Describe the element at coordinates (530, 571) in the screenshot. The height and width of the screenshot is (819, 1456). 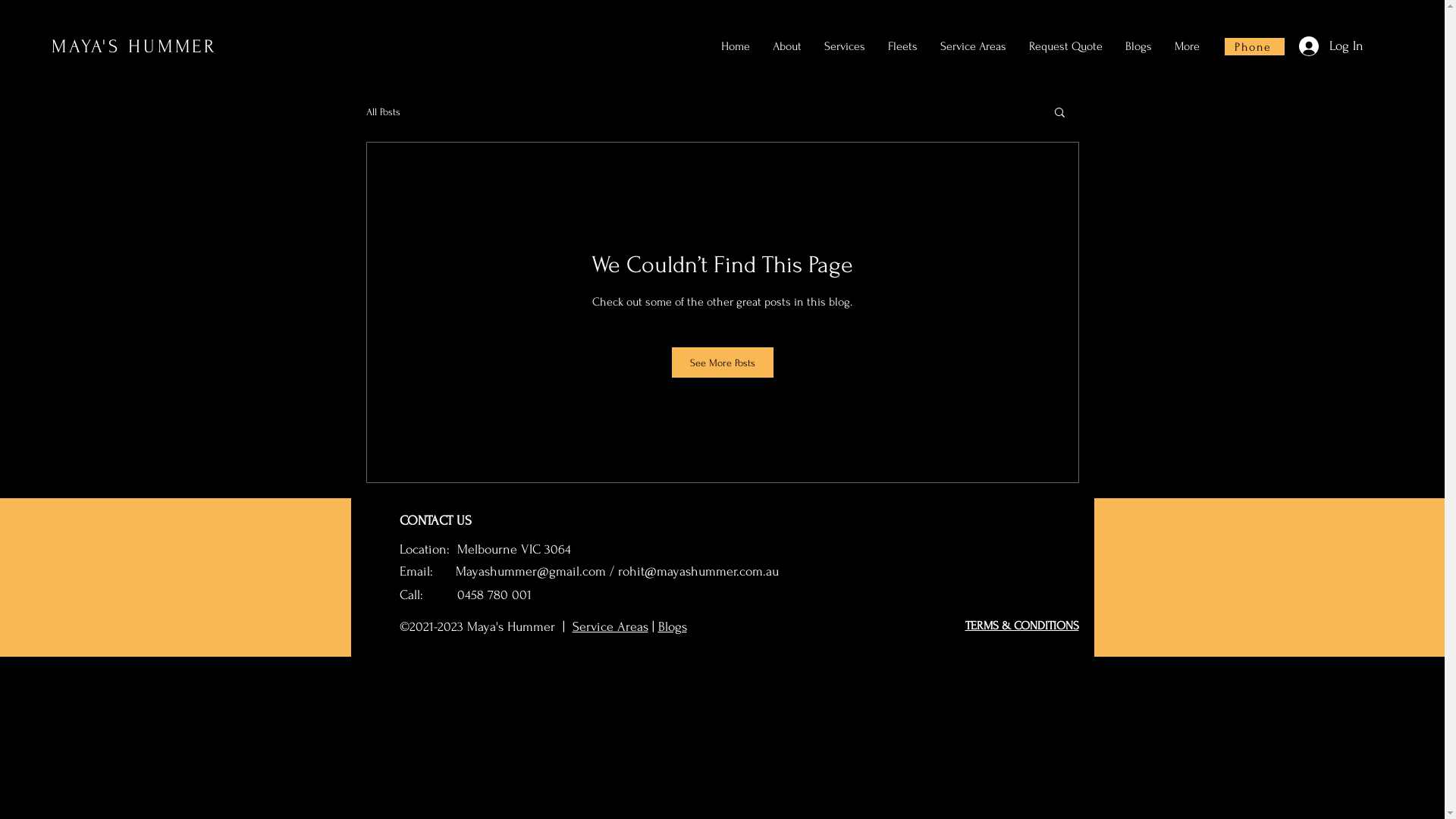
I see `'Mayashummer@gmail.com'` at that location.